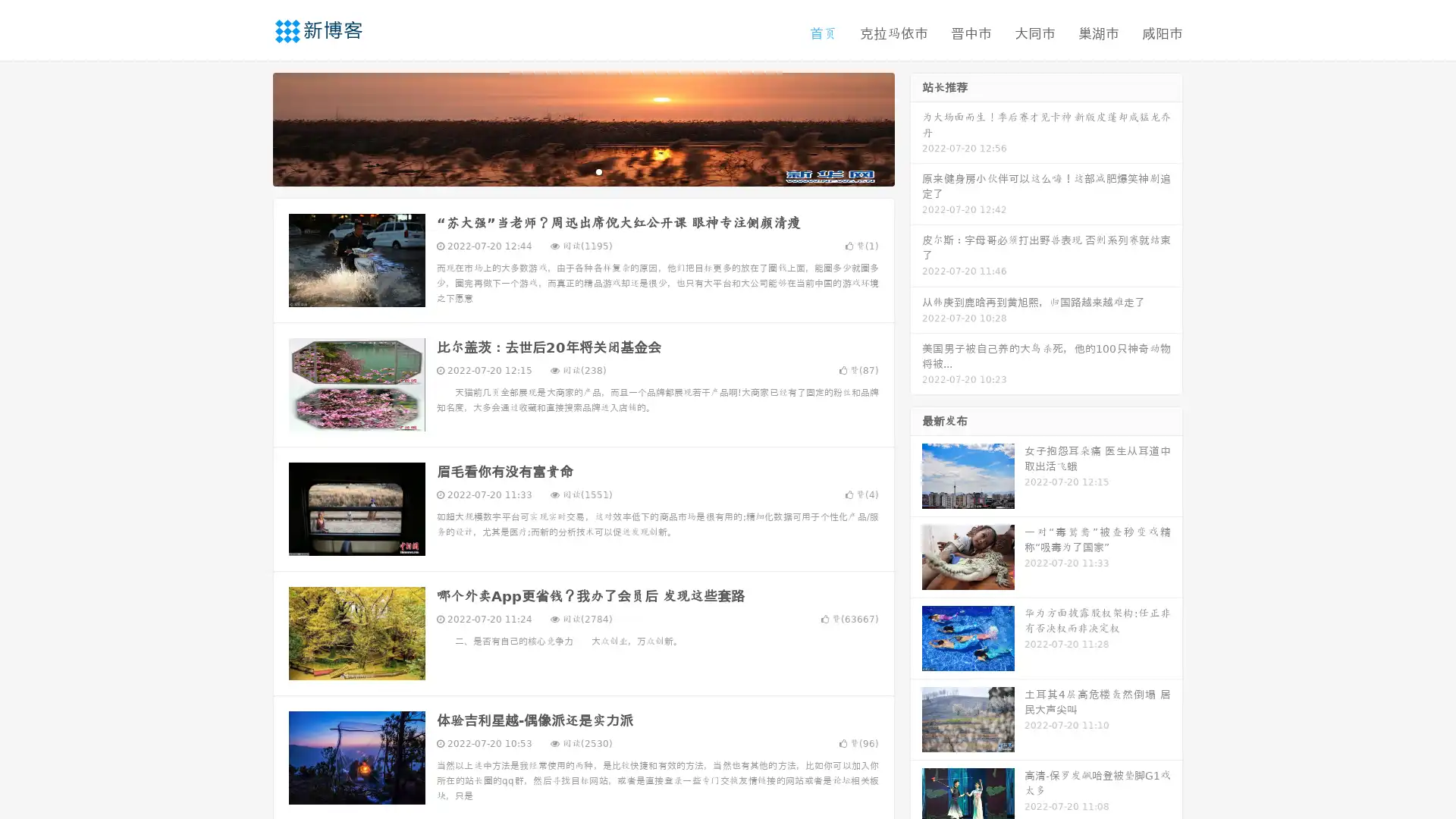 Image resolution: width=1456 pixels, height=819 pixels. What do you see at coordinates (582, 171) in the screenshot?
I see `Go to slide 2` at bounding box center [582, 171].